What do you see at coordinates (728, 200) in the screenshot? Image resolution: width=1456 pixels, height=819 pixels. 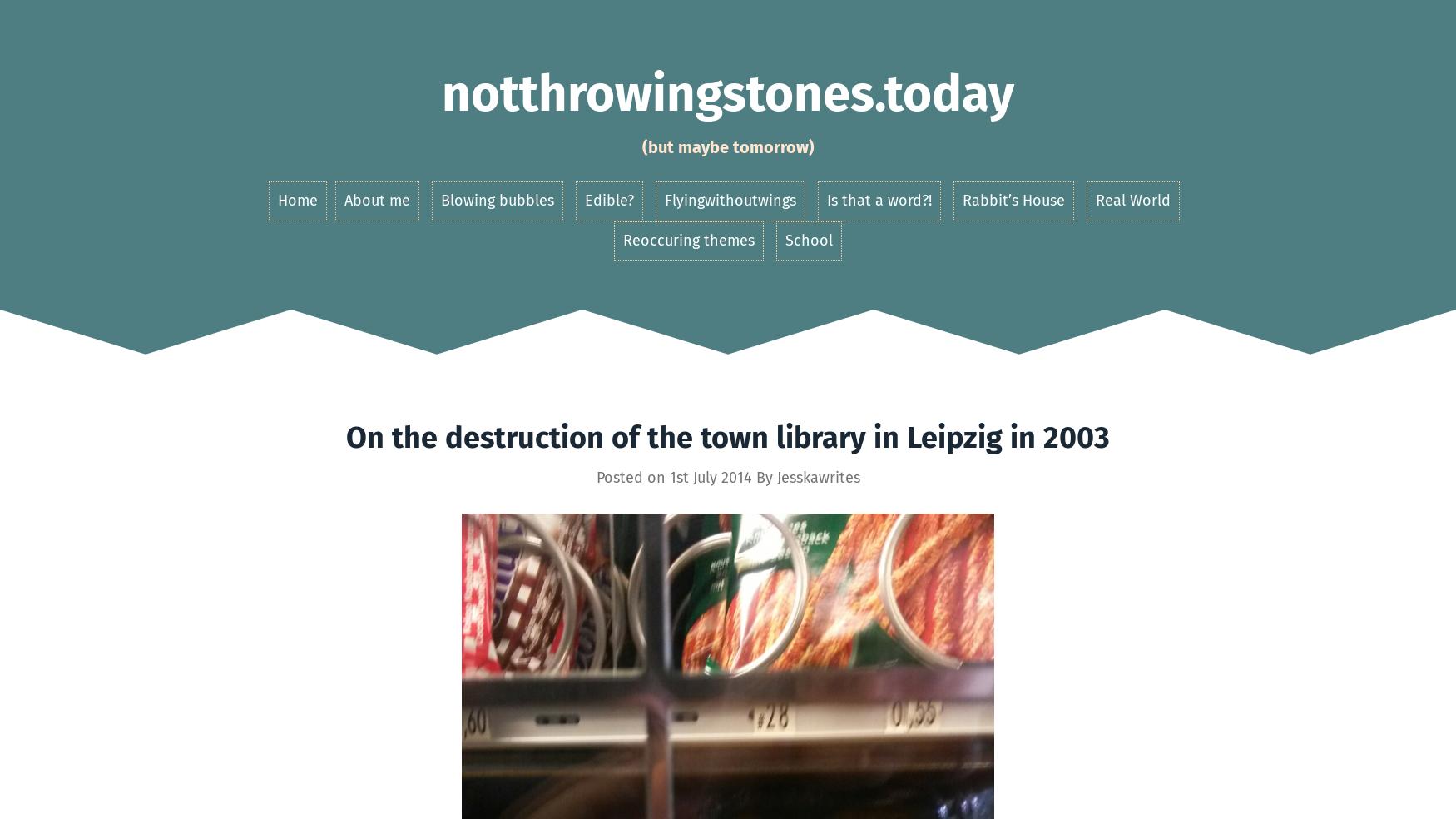 I see `'Flyingwithoutwings'` at bounding box center [728, 200].